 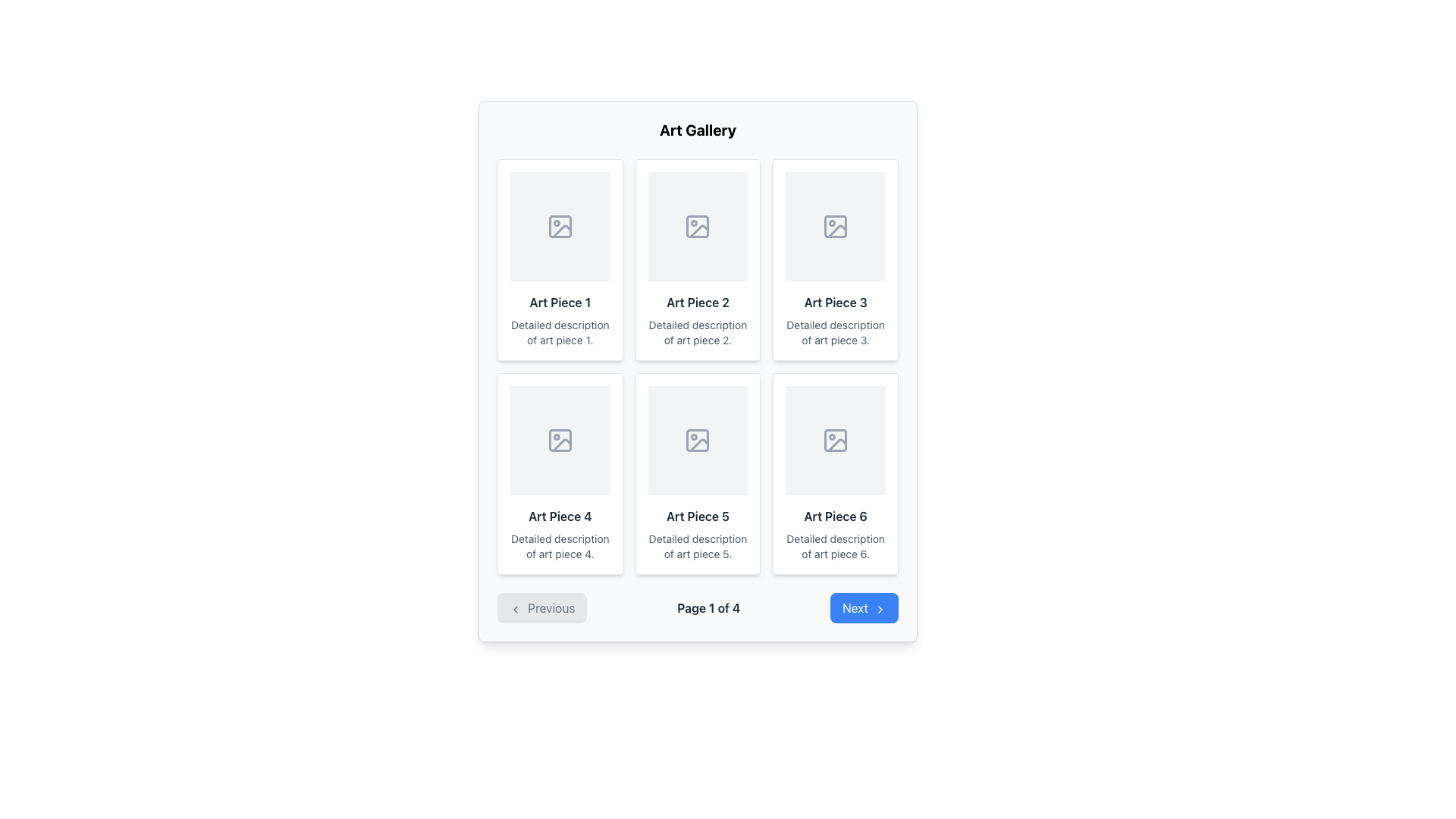 I want to click on the icon resembling an image placeholder, which is styled in gray tones and positioned in the middle row and second column of the grid layout, representing 'Art Piece 5', so click(x=697, y=441).